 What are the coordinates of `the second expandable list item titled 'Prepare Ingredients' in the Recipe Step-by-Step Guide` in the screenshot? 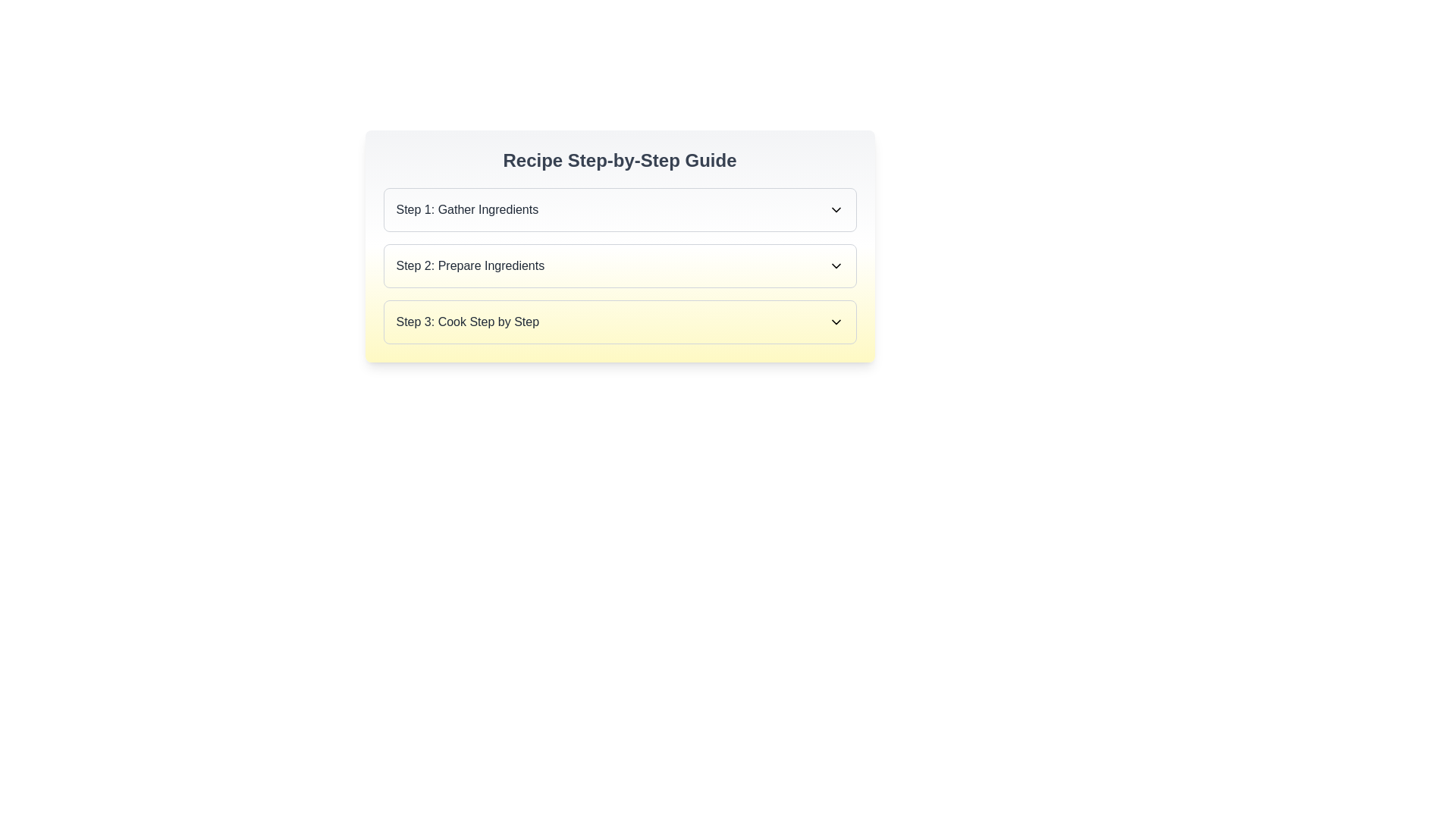 It's located at (620, 265).